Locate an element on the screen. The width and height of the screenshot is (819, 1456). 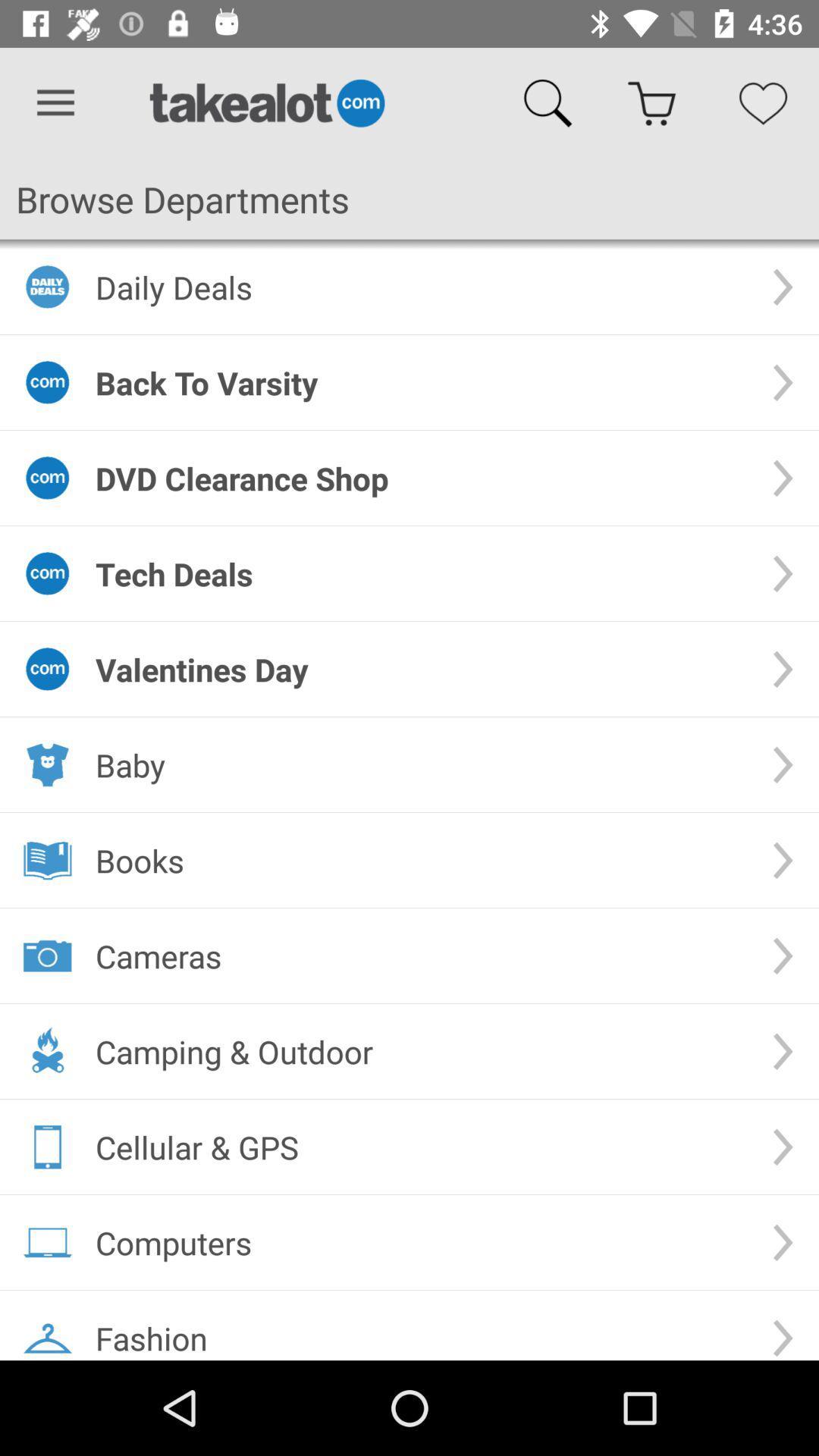
the cameras item is located at coordinates (421, 955).